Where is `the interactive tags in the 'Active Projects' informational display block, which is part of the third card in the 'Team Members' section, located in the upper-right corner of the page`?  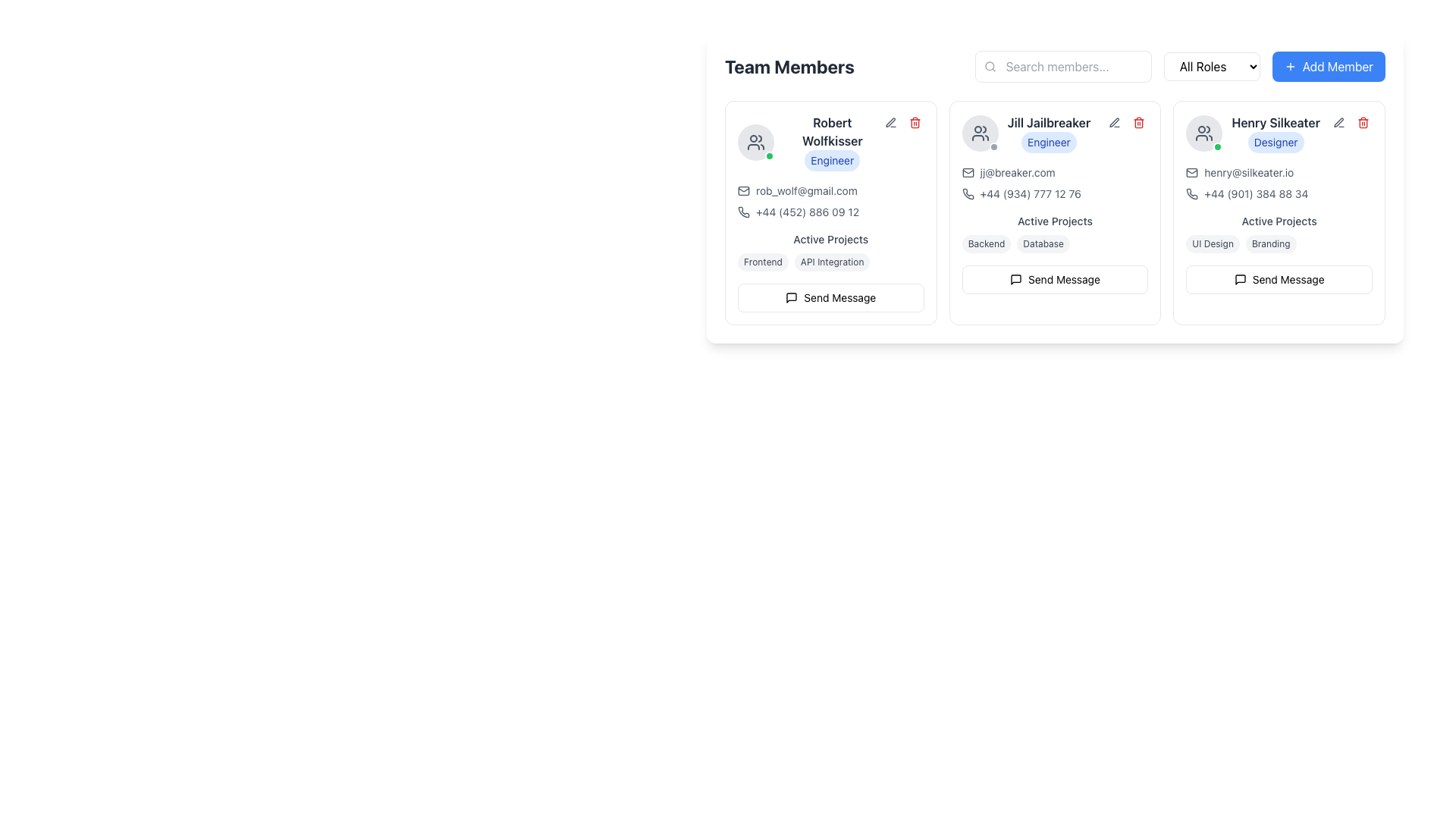
the interactive tags in the 'Active Projects' informational display block, which is part of the third card in the 'Team Members' section, located in the upper-right corner of the page is located at coordinates (1279, 234).